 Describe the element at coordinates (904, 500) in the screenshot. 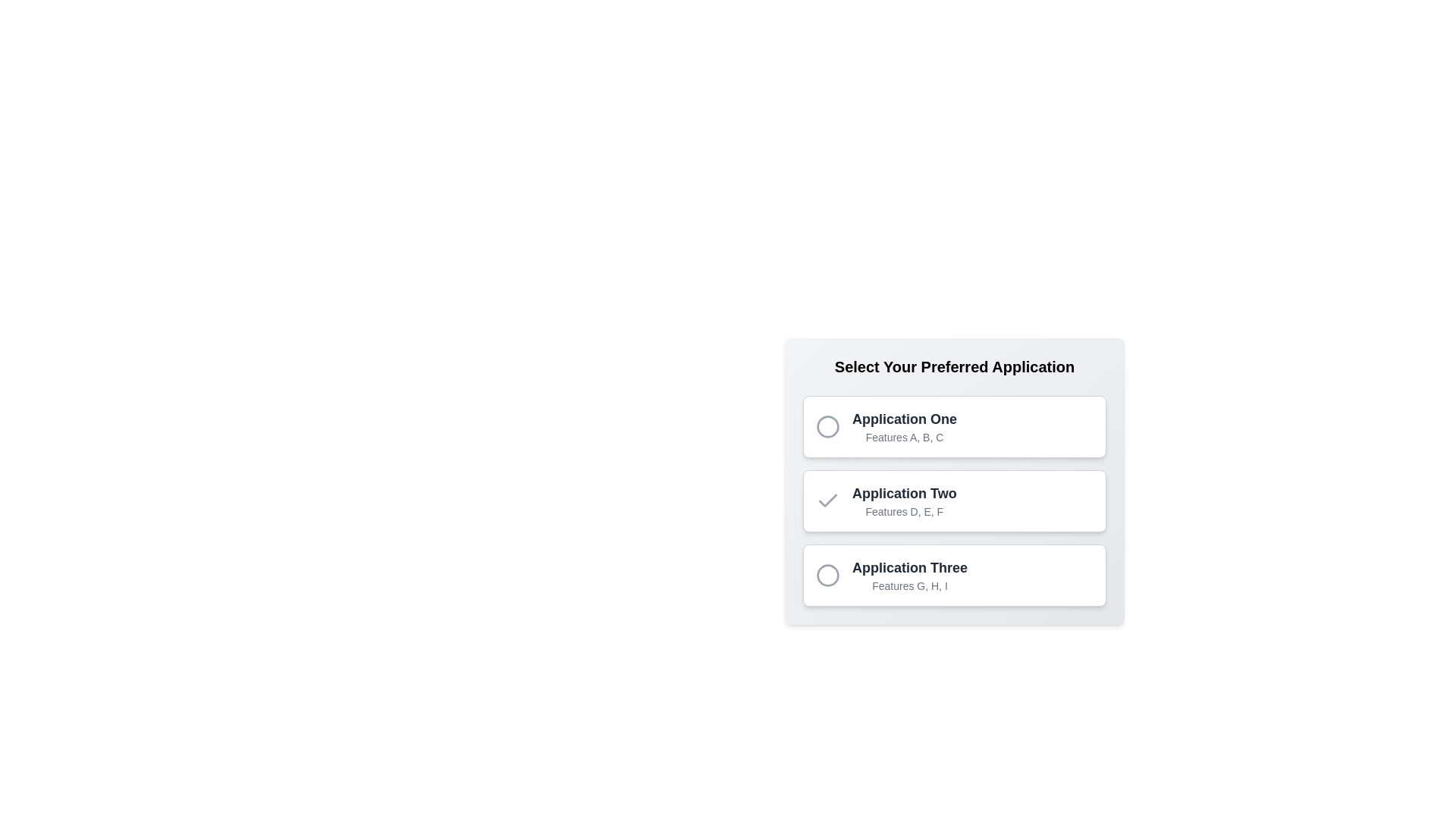

I see `the informational Text Display that describes the features of the corresponding application option, located between 'Application One' and 'Application Three' under 'Select Your Preferred Application'` at that location.